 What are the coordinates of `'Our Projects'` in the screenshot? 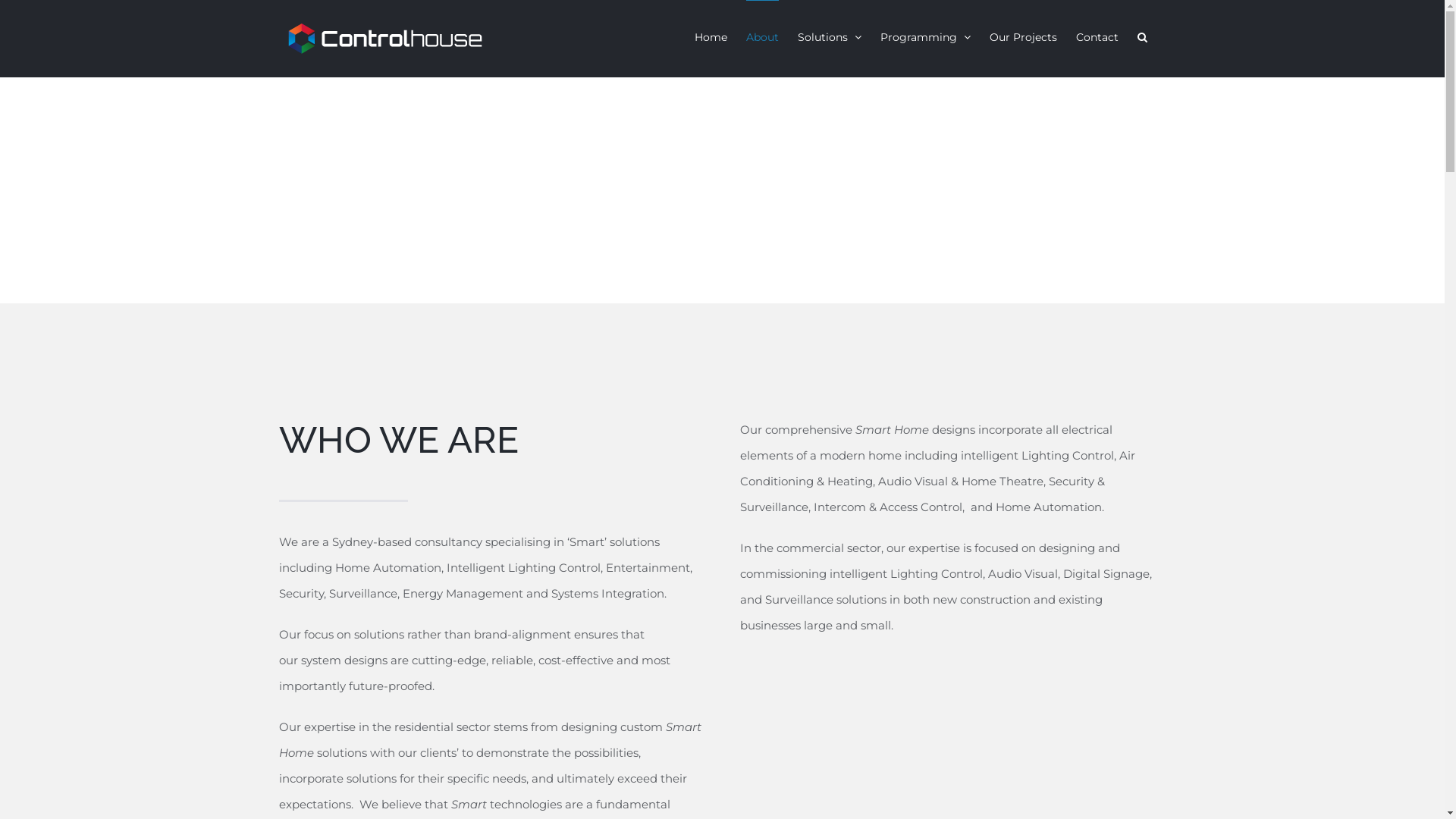 It's located at (1022, 35).